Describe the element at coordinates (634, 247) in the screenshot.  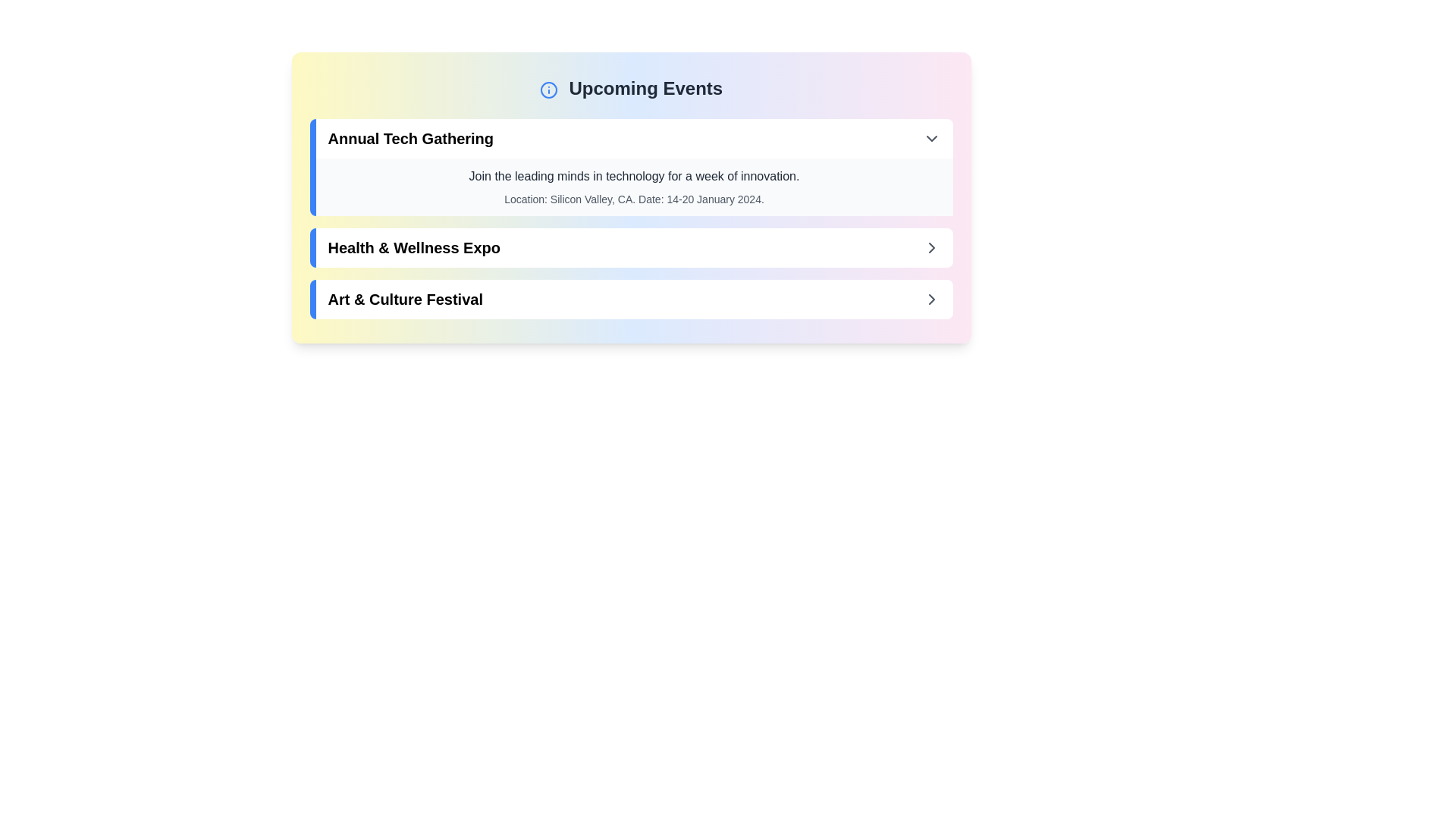
I see `the second button in the 'Upcoming Events' section, which represents the 'Health & Wellness Expo'` at that location.